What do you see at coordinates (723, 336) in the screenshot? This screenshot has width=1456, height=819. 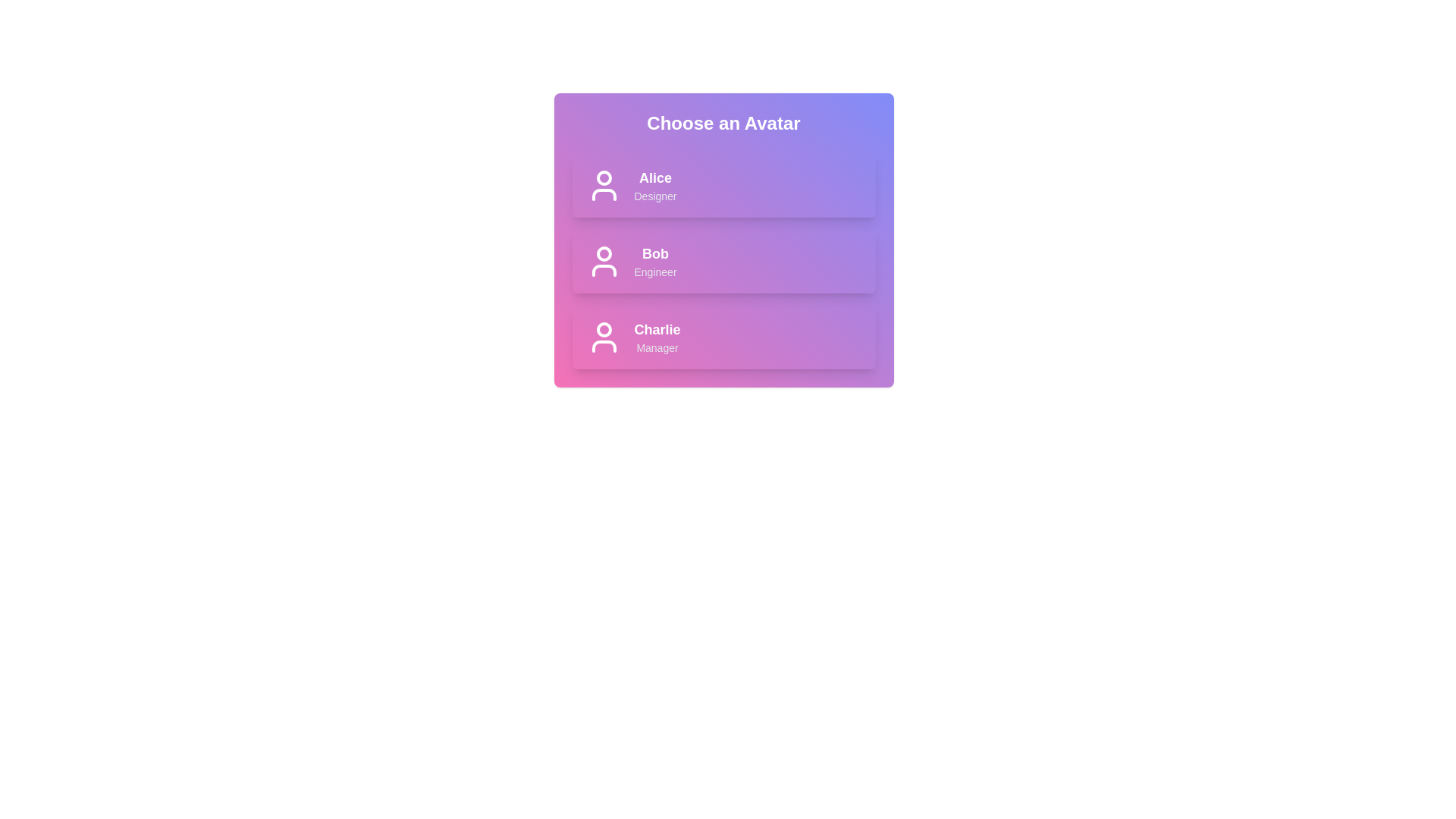 I see `to select the profile of 'Charlie', the Manager, from the third item in the vertical selectable list` at bounding box center [723, 336].